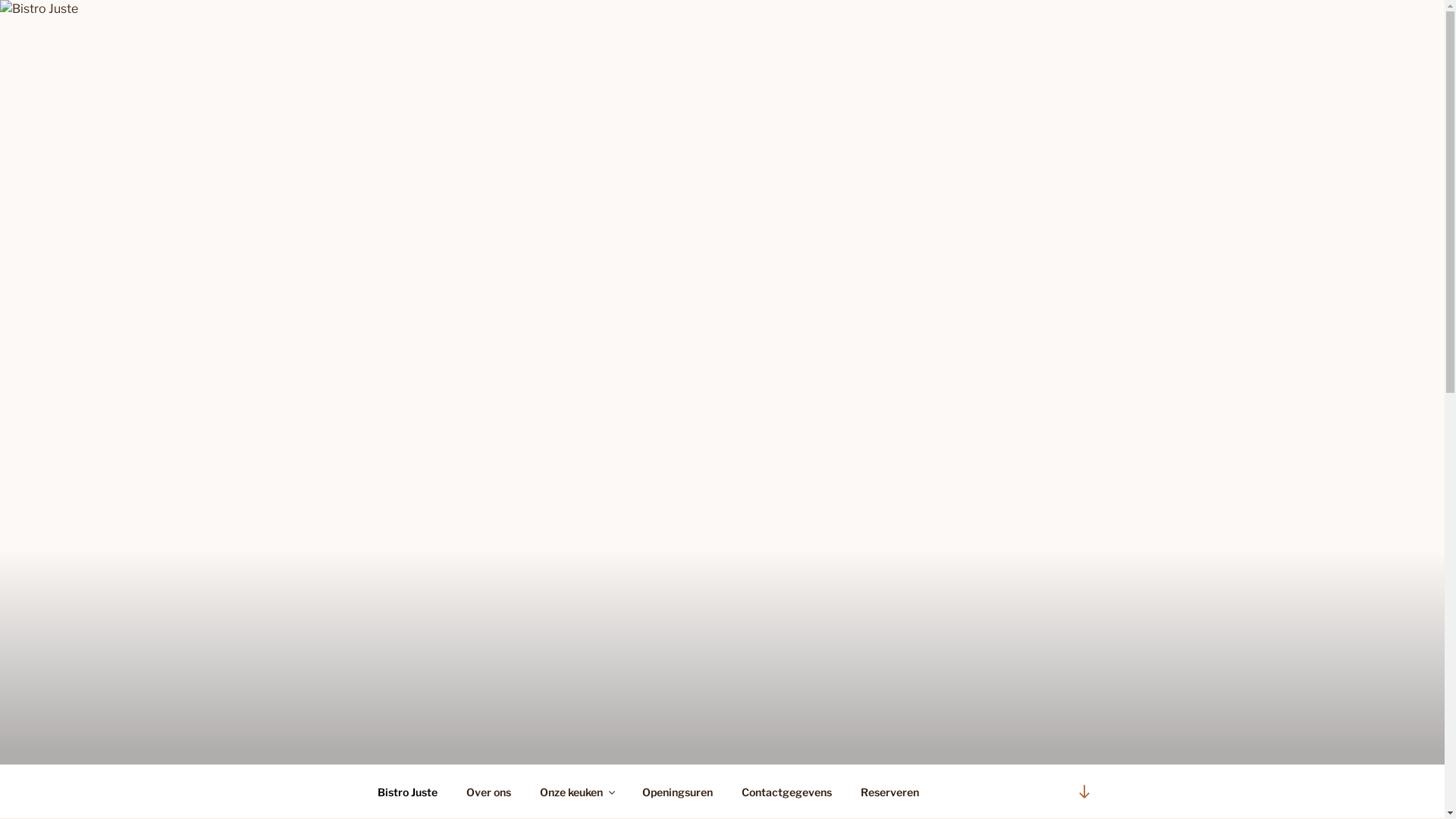 This screenshot has height=819, width=1456. Describe the element at coordinates (1065, 790) in the screenshot. I see `'Scroll omlaag naar de content'` at that location.